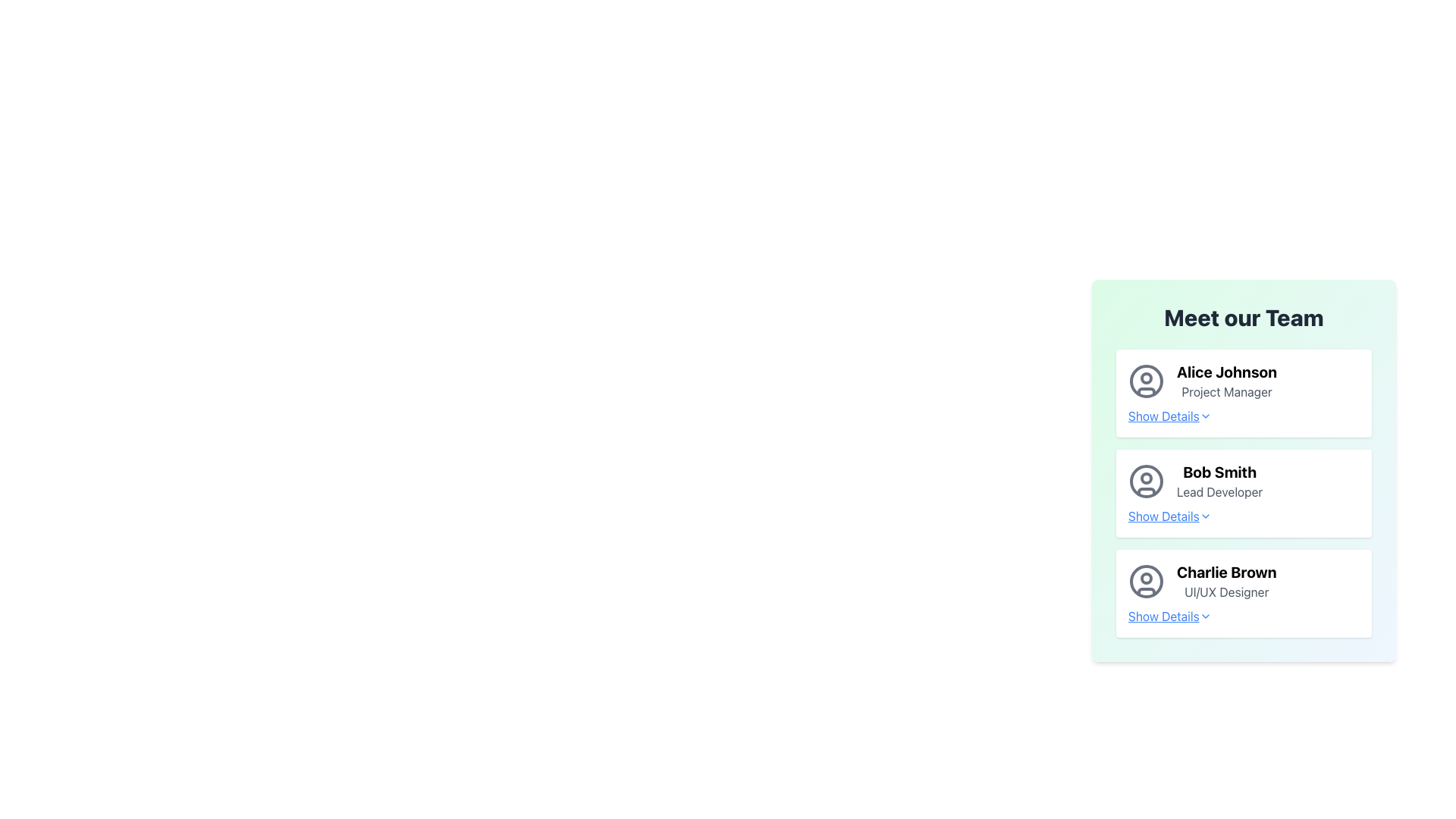 This screenshot has height=819, width=1456. Describe the element at coordinates (1244, 617) in the screenshot. I see `the 'Show Details' interactive link, which is styled with blue color and an underline, located at the bottom of the third card in the 'Meet our Team' section under 'Charlie Brown' and 'UI/UX Designer'` at that location.